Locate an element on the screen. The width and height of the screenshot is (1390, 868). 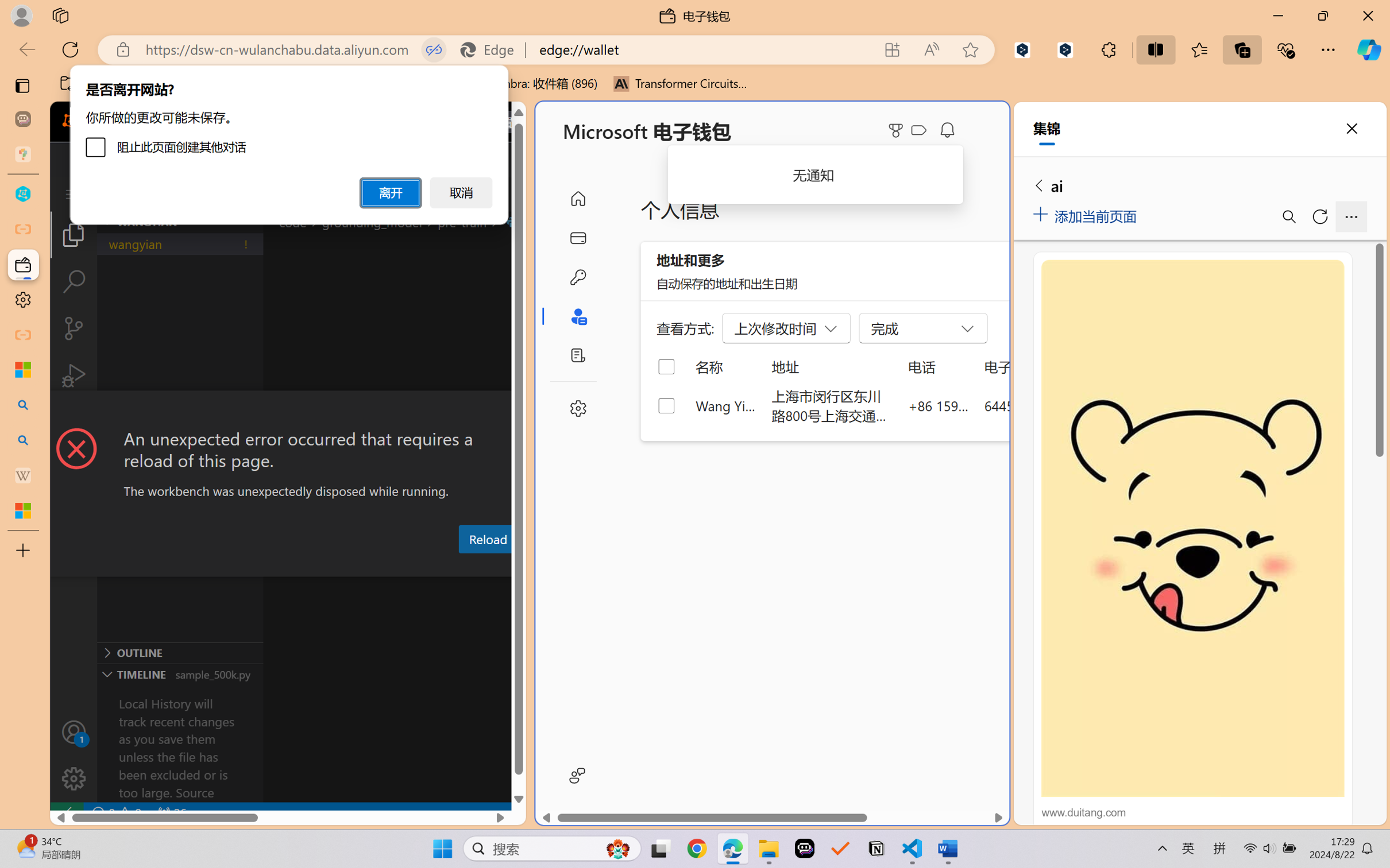
'Class: ___1lmltc5 f1agt3bx f12qytpq' is located at coordinates (918, 130).